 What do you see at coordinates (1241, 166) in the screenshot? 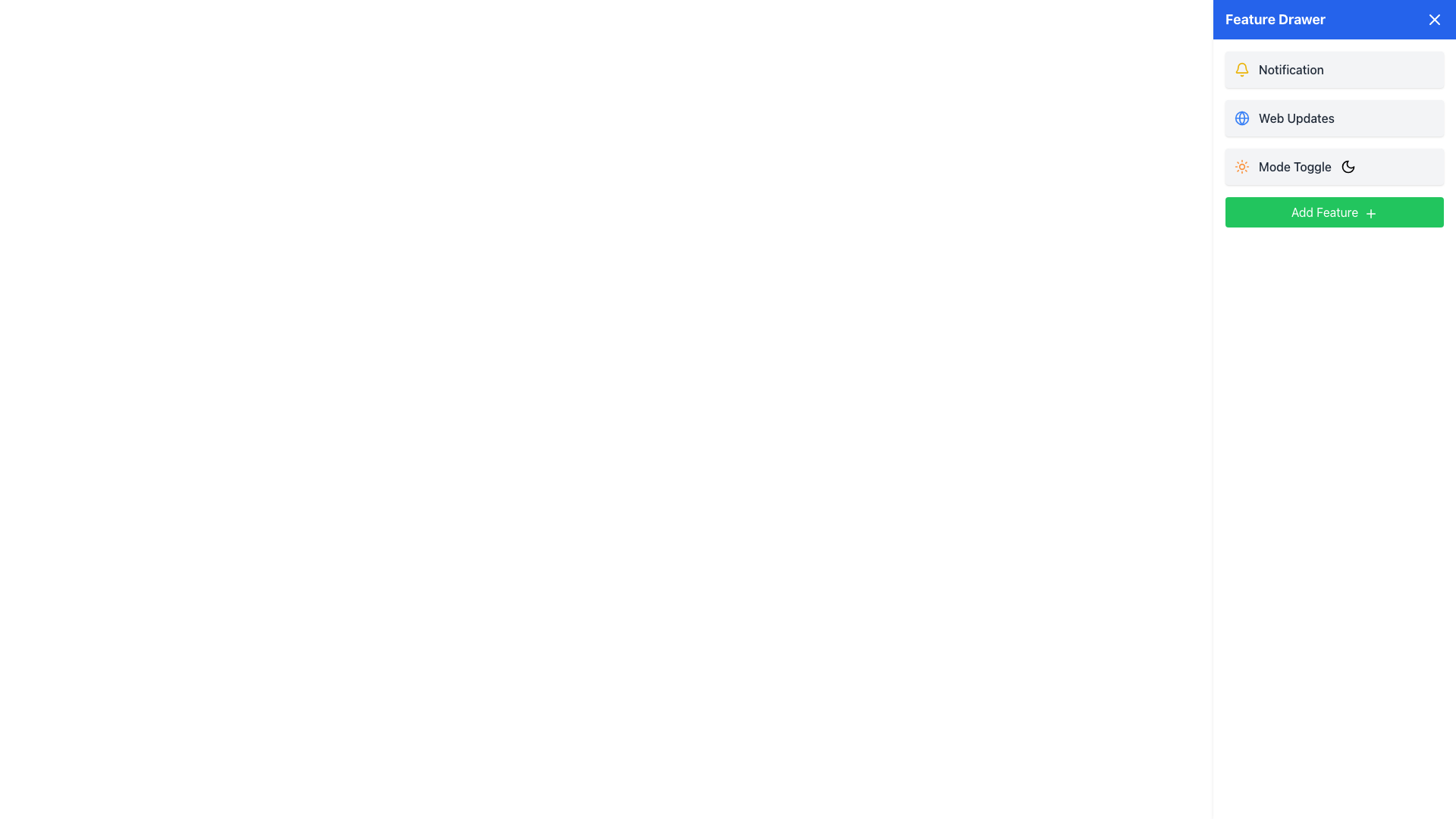
I see `the sun icon in the 'Mode Toggle' control located in the right sidebar to prompt the tooltip` at bounding box center [1241, 166].